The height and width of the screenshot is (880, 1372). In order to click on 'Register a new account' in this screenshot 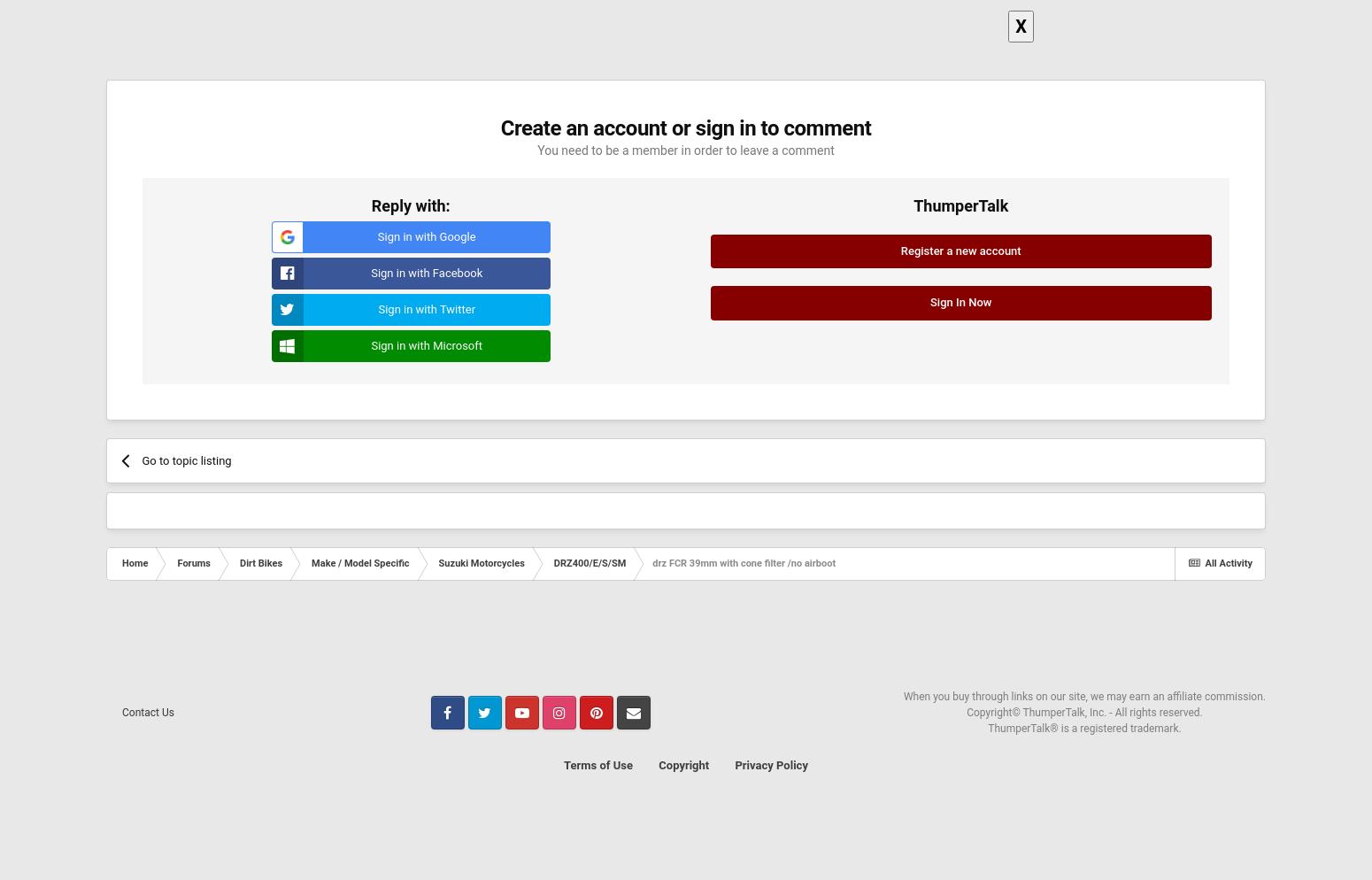, I will do `click(960, 249)`.